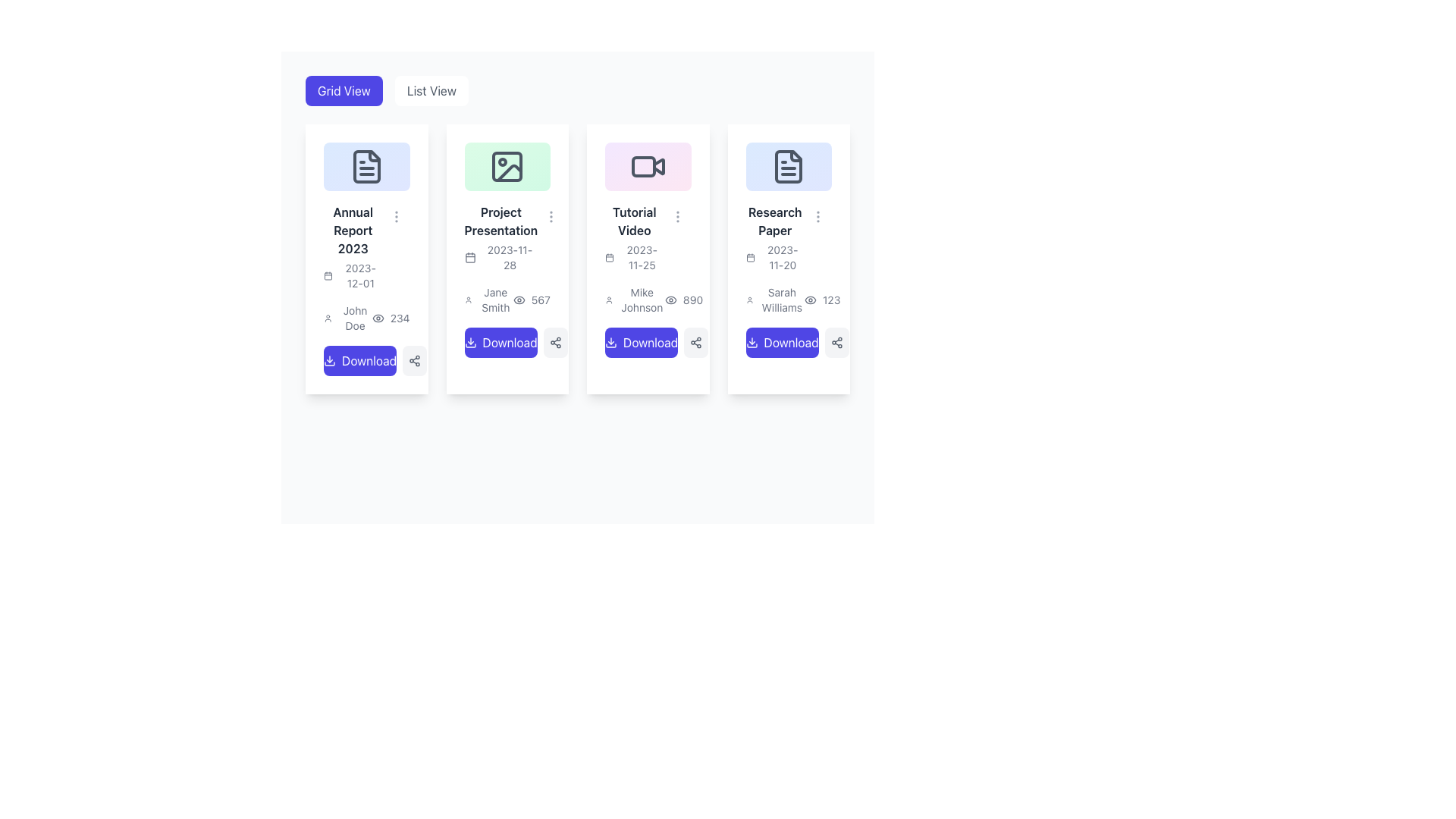 This screenshot has height=819, width=1456. I want to click on the Text Label indicating 'Project Presentation' located in the topmost position of the second card from the left in a grid of four cards, so click(500, 221).